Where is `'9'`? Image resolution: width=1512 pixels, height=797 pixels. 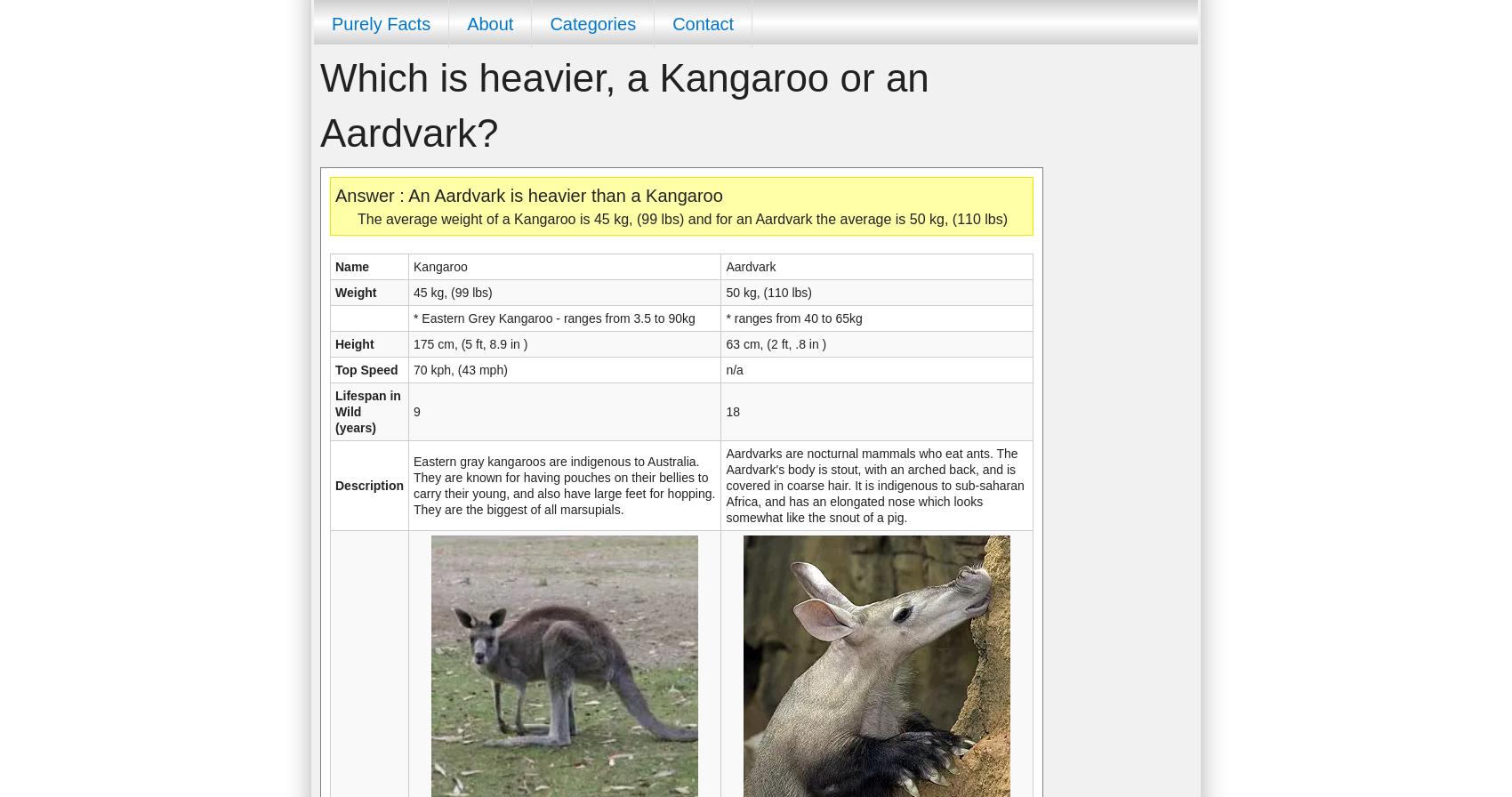 '9' is located at coordinates (416, 411).